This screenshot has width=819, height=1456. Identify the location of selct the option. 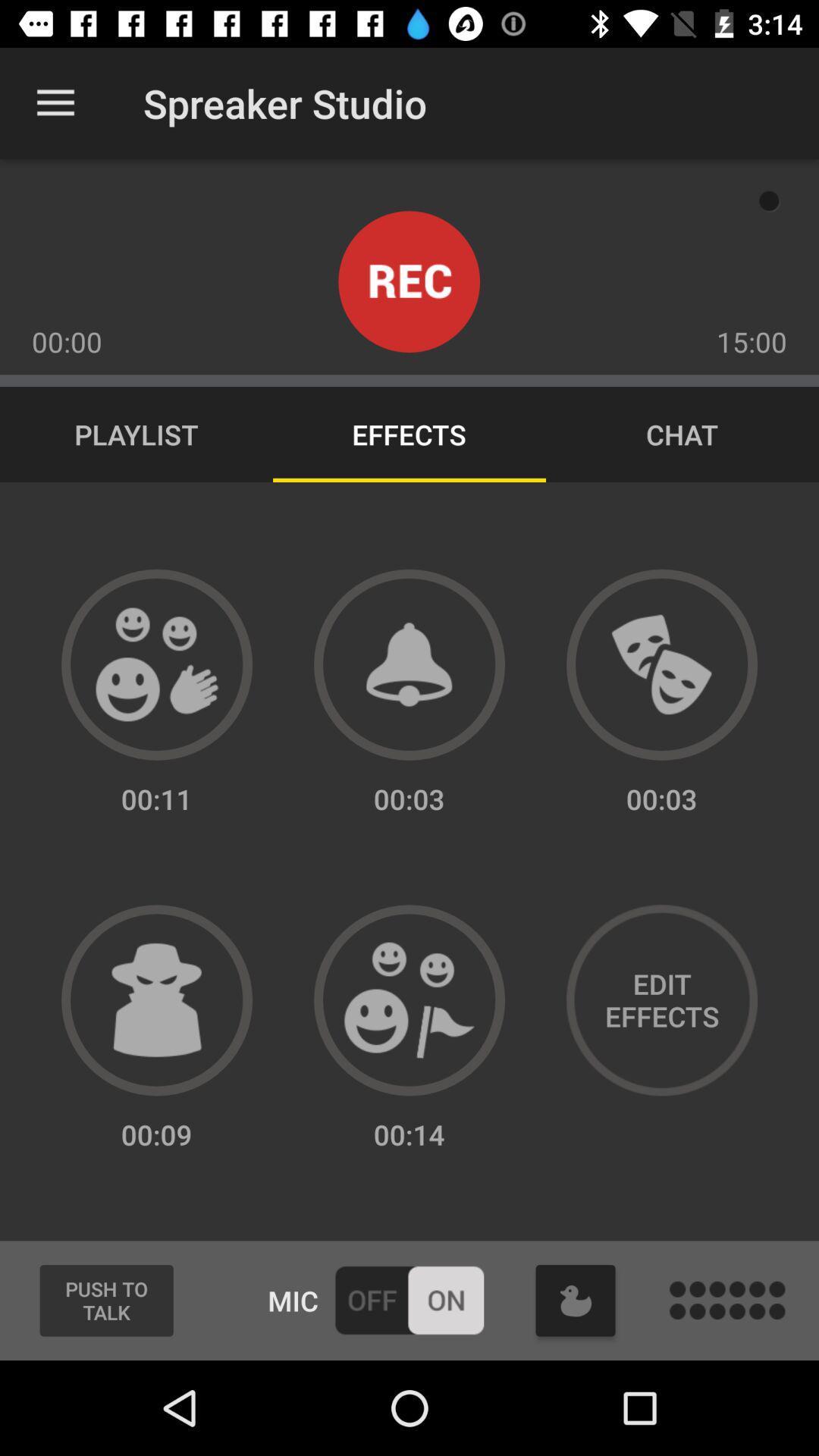
(409, 1000).